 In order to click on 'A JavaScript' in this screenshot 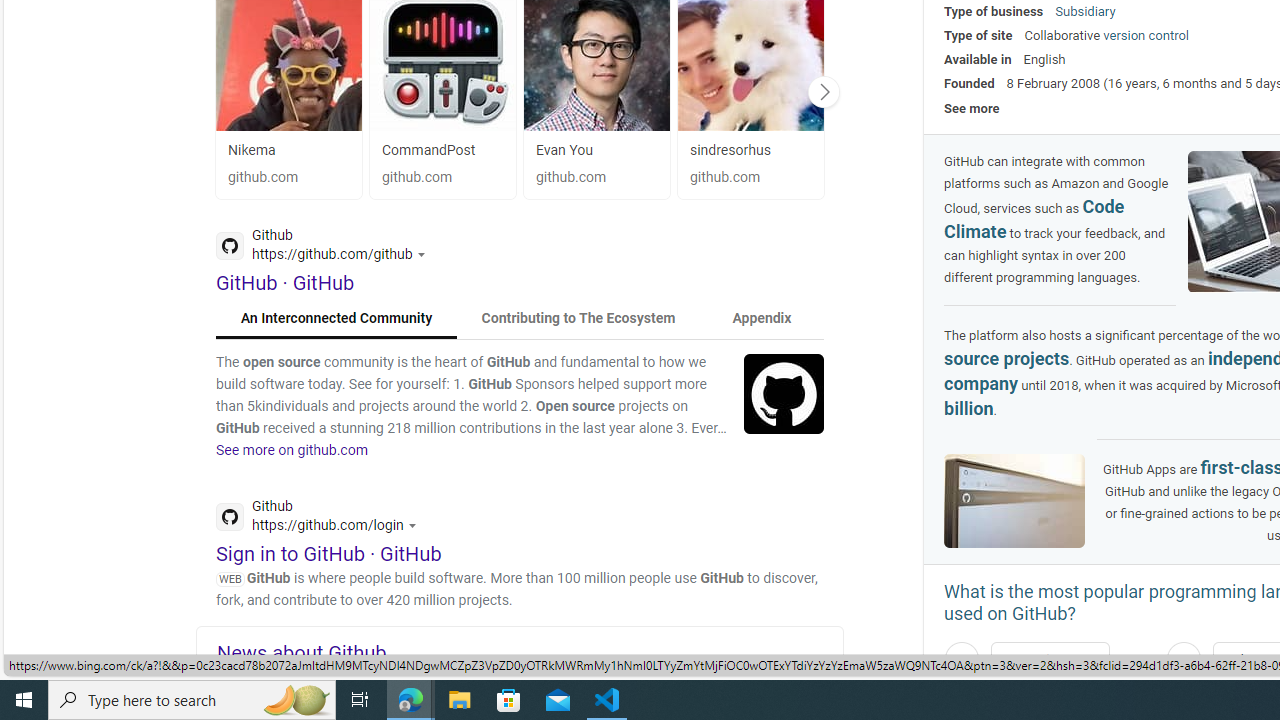, I will do `click(1048, 659)`.